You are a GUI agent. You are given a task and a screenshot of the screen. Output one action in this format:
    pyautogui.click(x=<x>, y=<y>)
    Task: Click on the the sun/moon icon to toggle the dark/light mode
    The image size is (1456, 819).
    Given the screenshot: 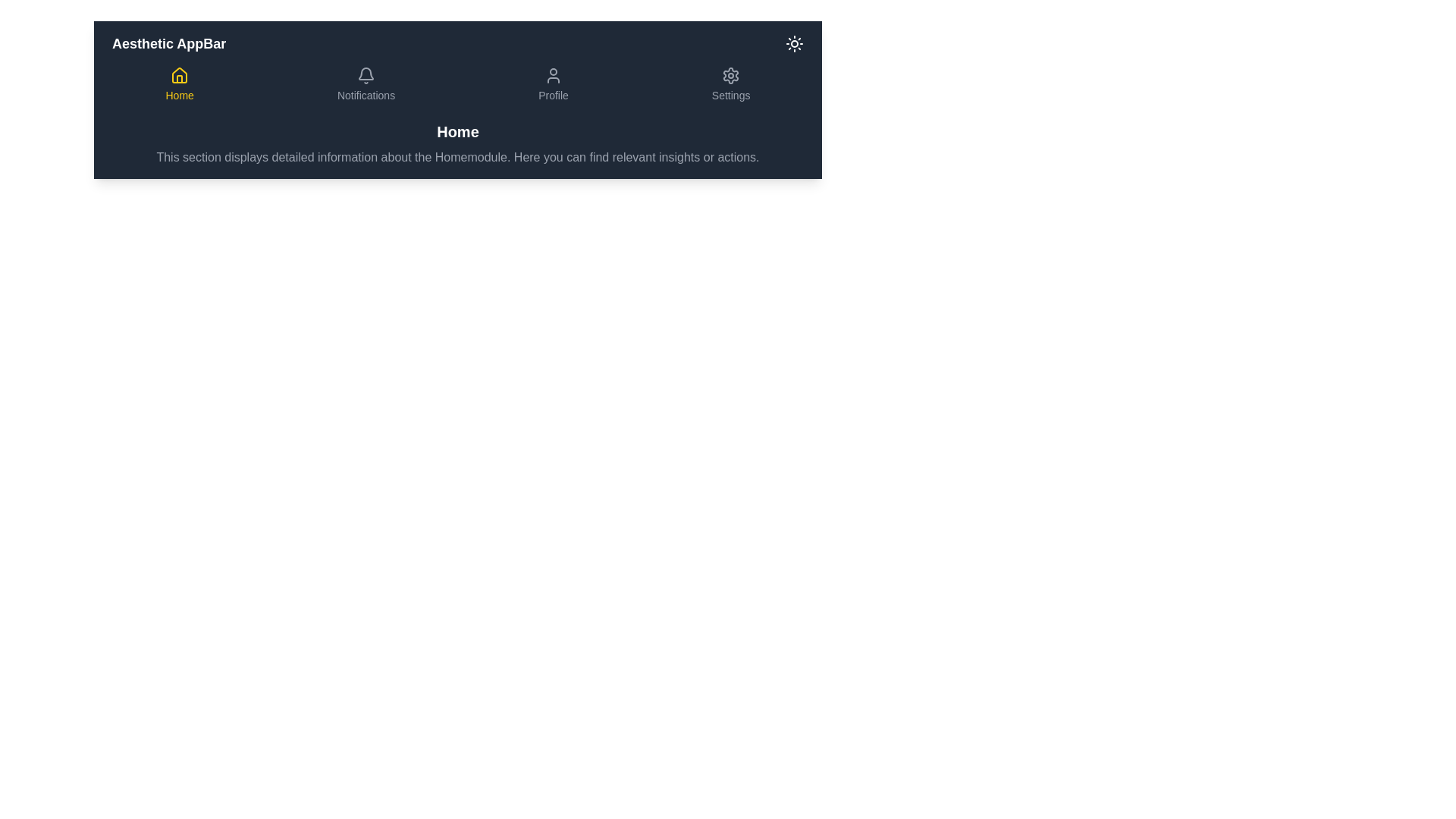 What is the action you would take?
    pyautogui.click(x=793, y=42)
    